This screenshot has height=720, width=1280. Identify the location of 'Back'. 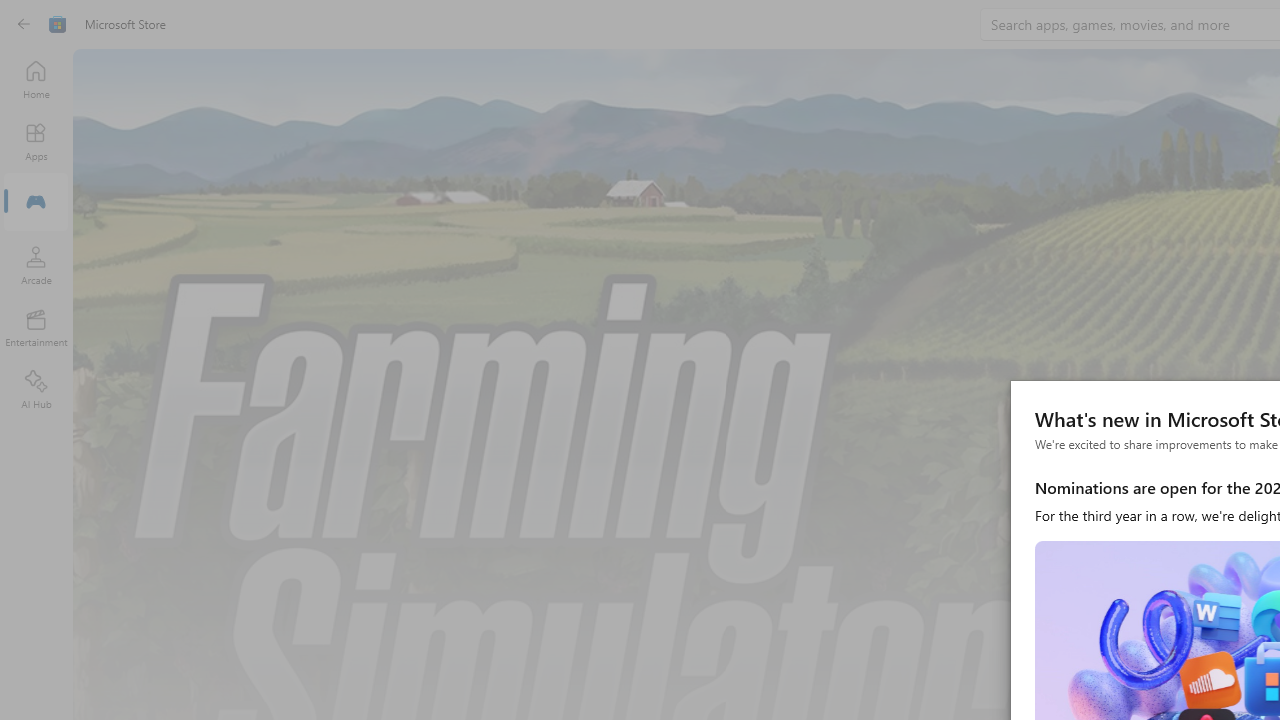
(24, 24).